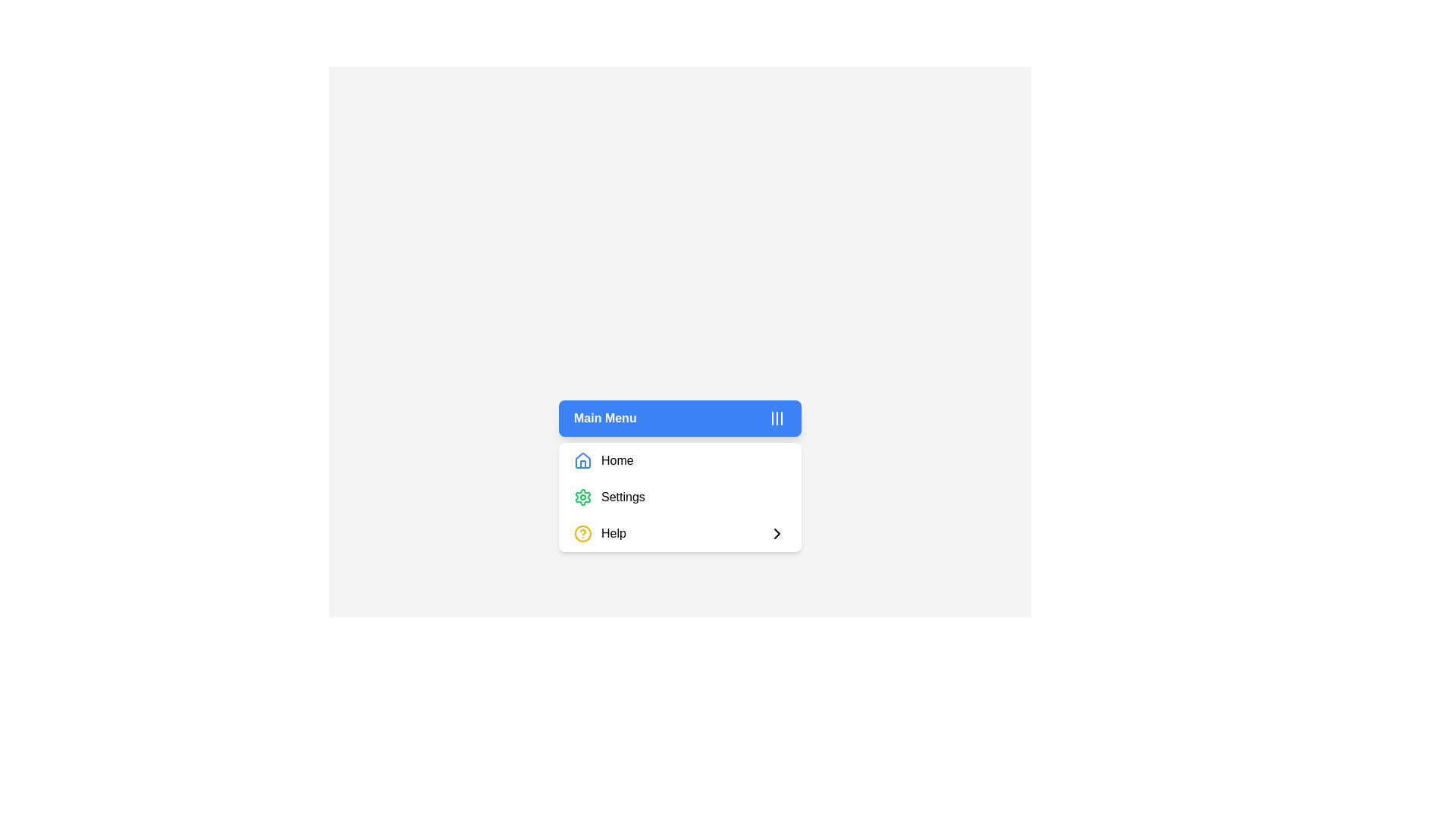 The width and height of the screenshot is (1456, 819). I want to click on the 'Settings' menu option, which is the second item in the Main Menu, so click(679, 497).